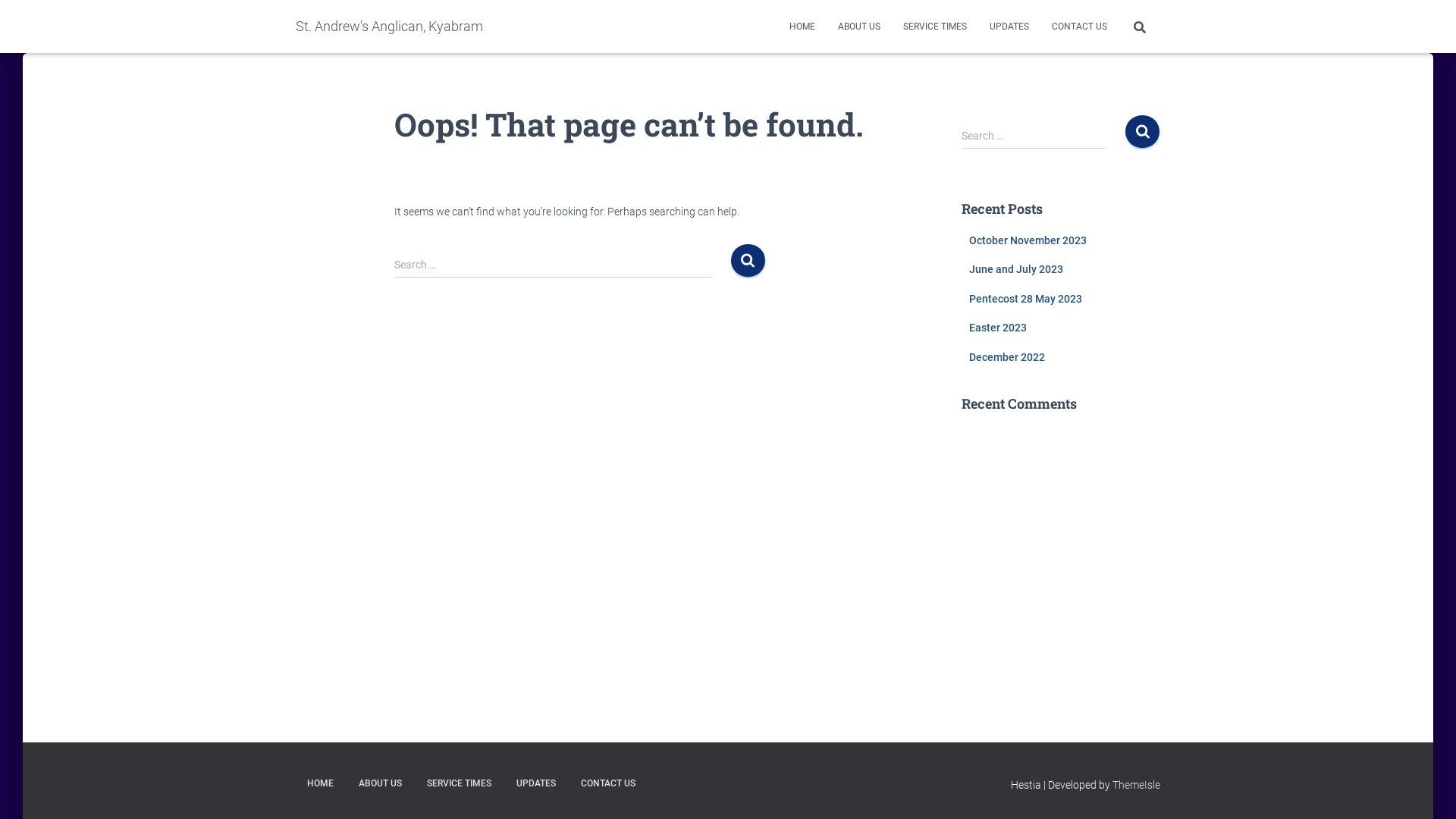 Image resolution: width=1456 pixels, height=819 pixels. Describe the element at coordinates (968, 268) in the screenshot. I see `'June and July 2023'` at that location.